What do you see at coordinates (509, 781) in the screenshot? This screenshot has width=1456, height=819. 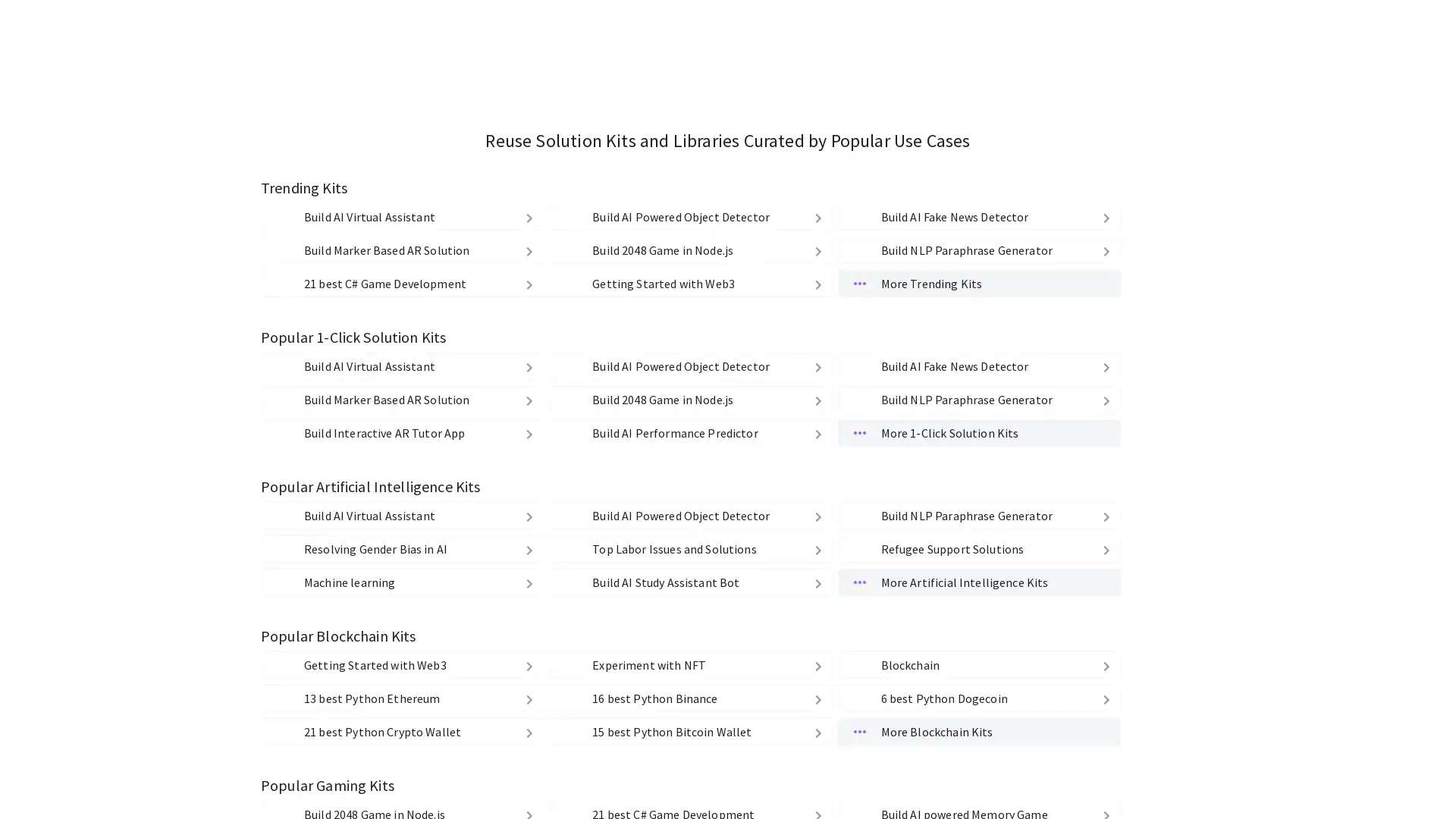 I see `delete` at bounding box center [509, 781].